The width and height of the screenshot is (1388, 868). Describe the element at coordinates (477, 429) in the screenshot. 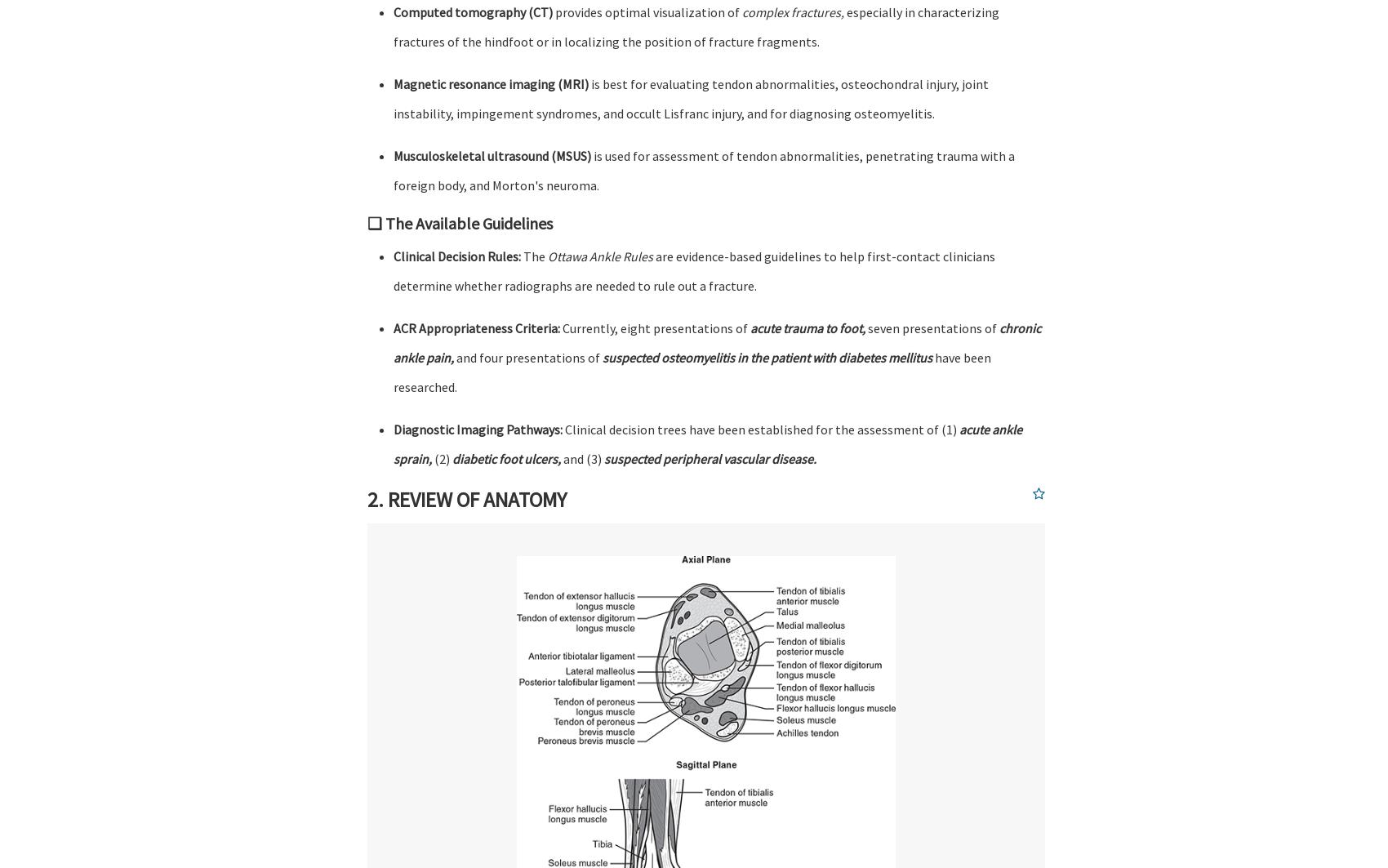

I see `'Diagnostic Imaging Pathways:'` at that location.